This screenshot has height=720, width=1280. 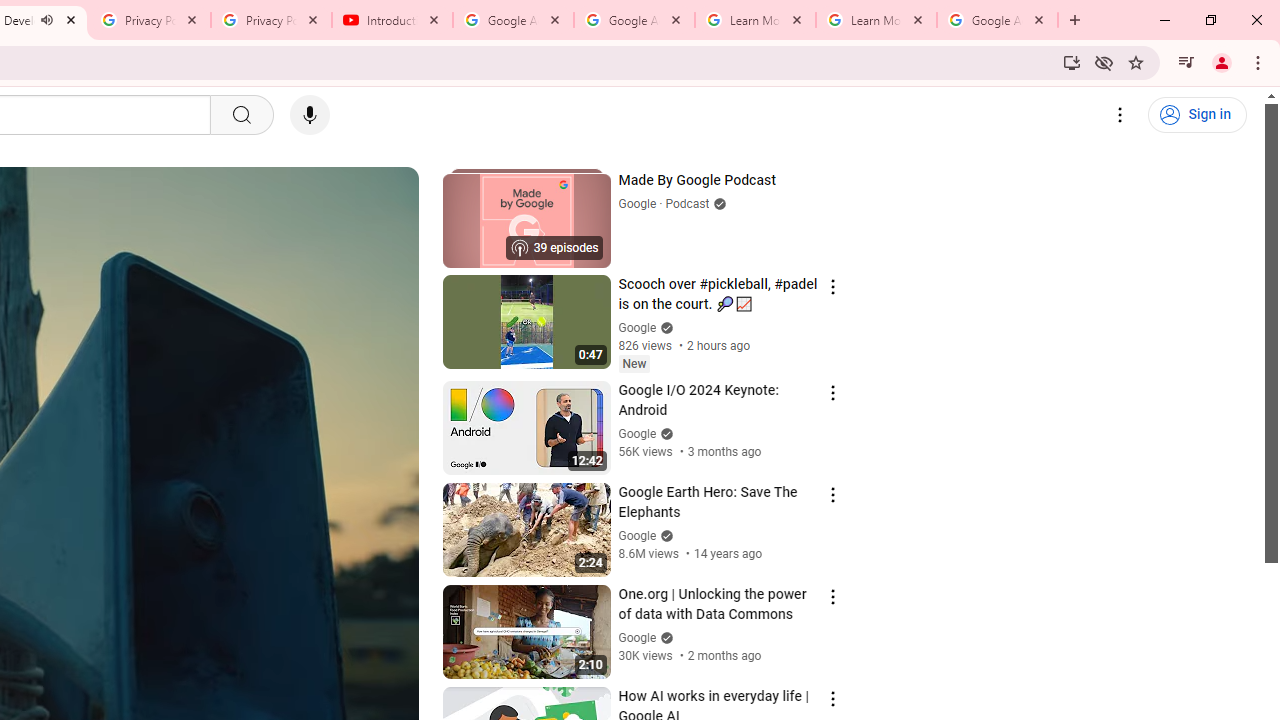 What do you see at coordinates (1071, 61) in the screenshot?
I see `'Install YouTube'` at bounding box center [1071, 61].